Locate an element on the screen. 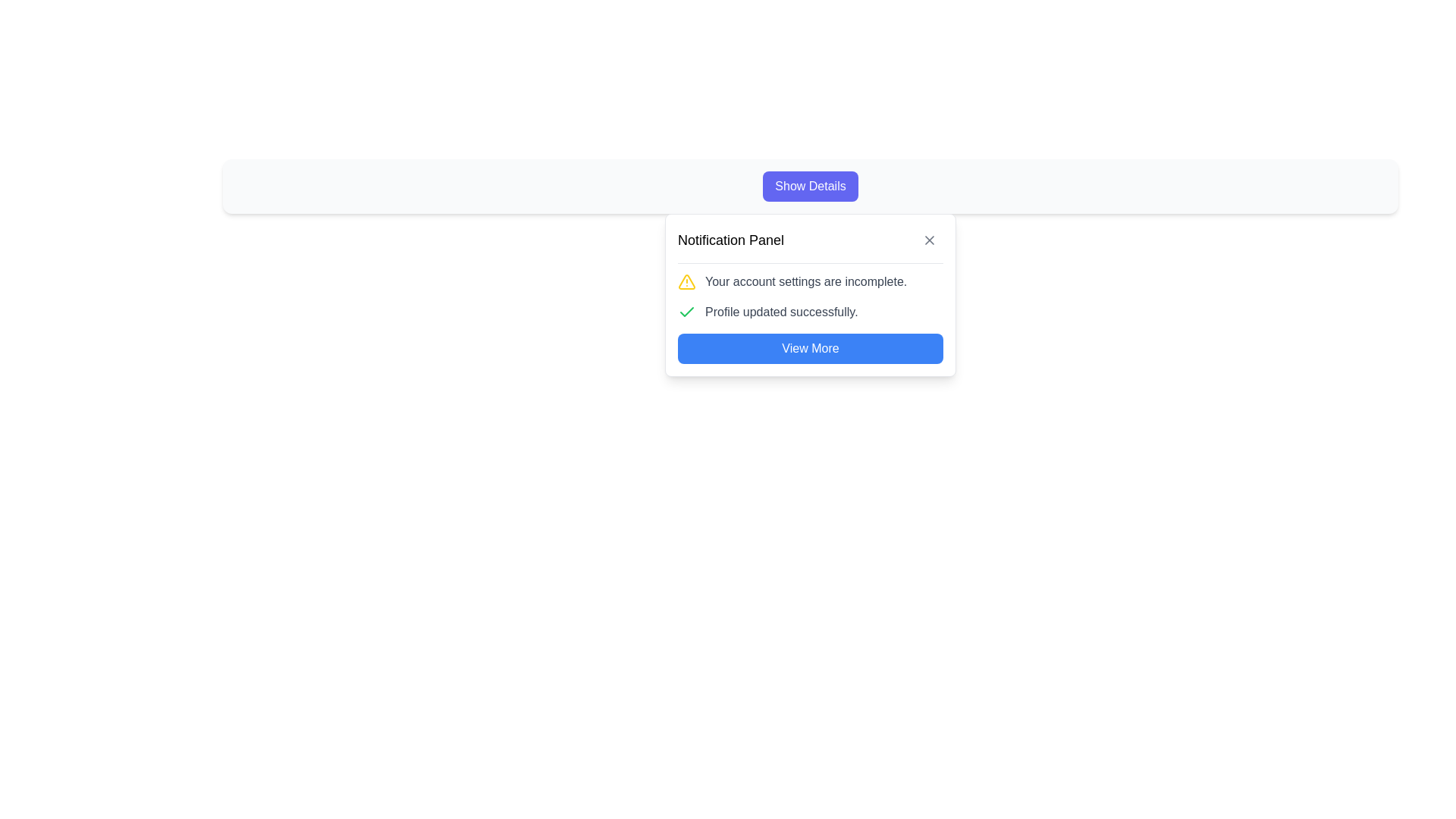  the 'Notification Panel' text label, which is styled prominently in bold at the top-left corner of the notification card's header is located at coordinates (731, 239).